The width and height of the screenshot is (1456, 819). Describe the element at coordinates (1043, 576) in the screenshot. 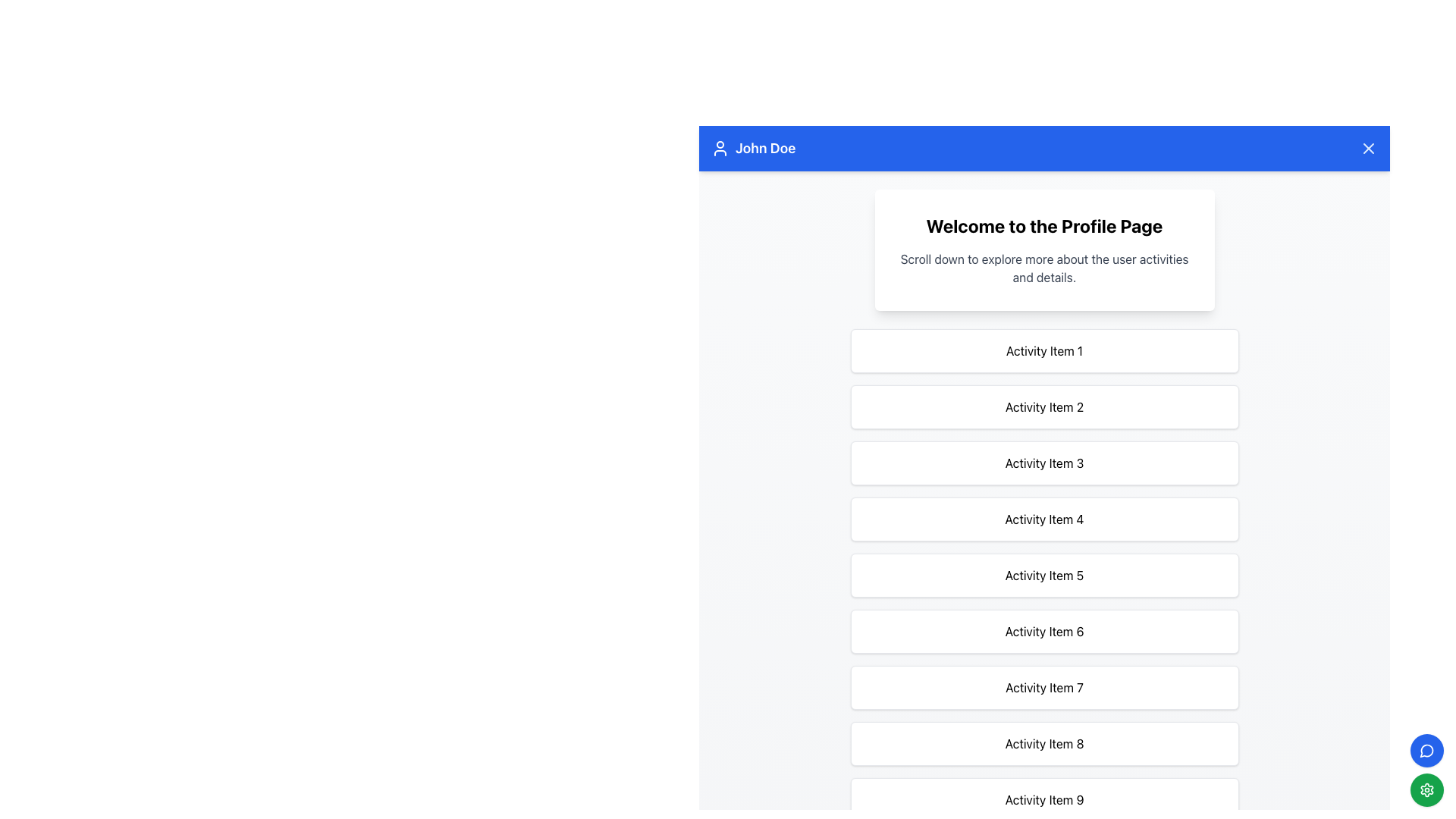

I see `the rectangular button-like component labeled 'Activity Item 5'` at that location.